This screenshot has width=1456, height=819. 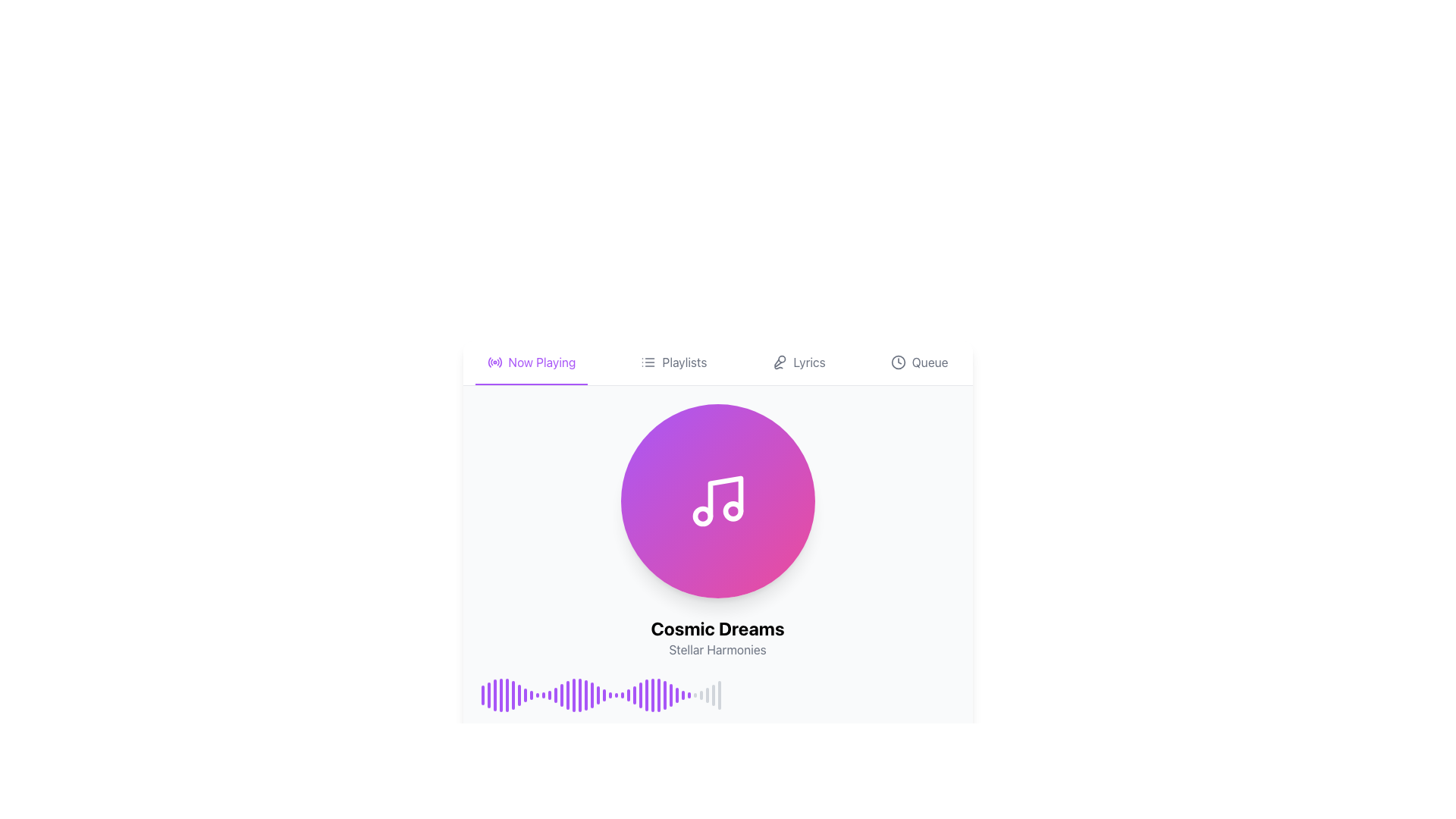 What do you see at coordinates (648, 362) in the screenshot?
I see `the small icon featuring horizontal lines next to the 'Playlists' text in the navigation menu bar` at bounding box center [648, 362].